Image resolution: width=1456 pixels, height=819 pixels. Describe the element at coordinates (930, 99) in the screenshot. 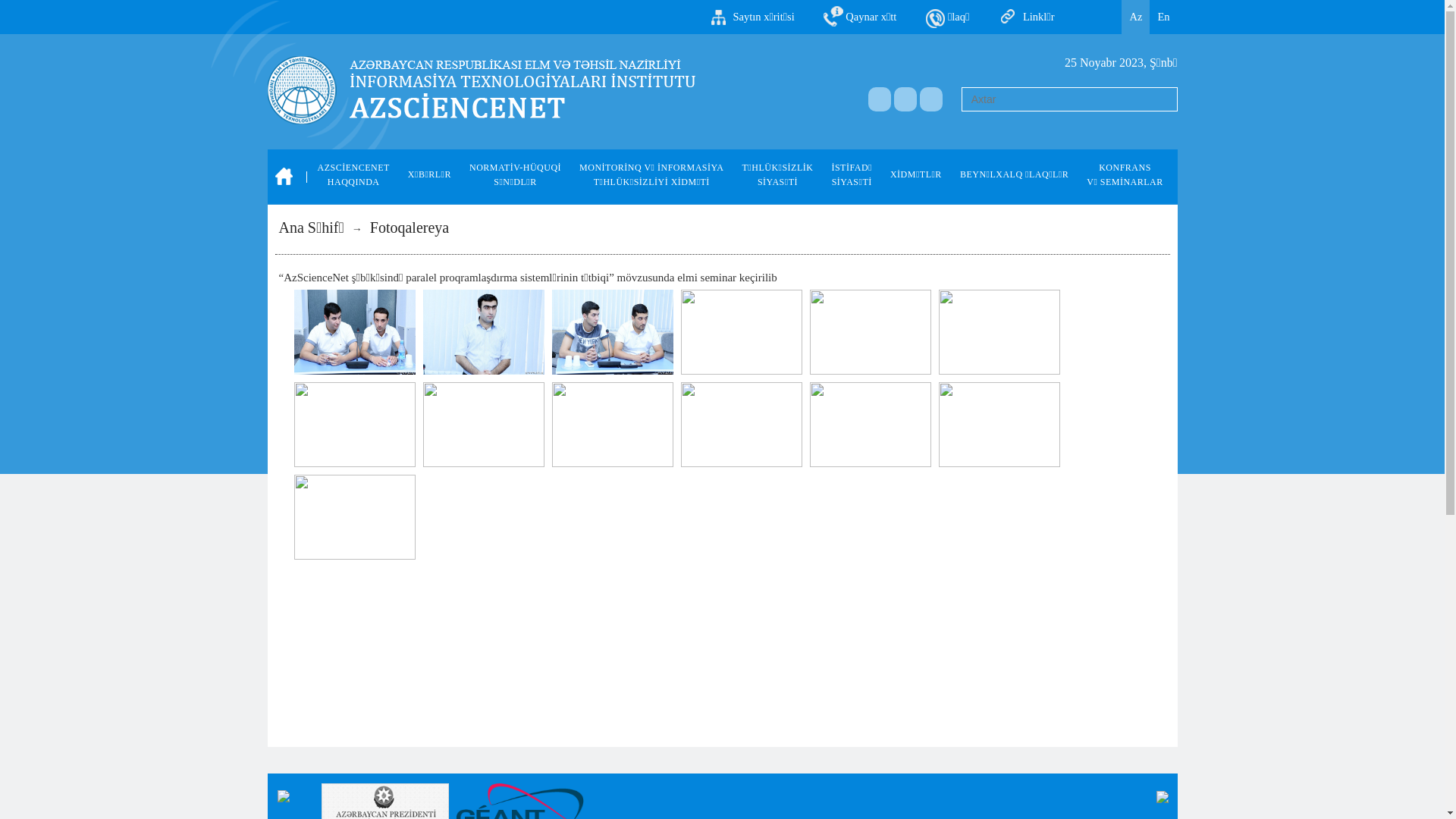

I see `'a'` at that location.